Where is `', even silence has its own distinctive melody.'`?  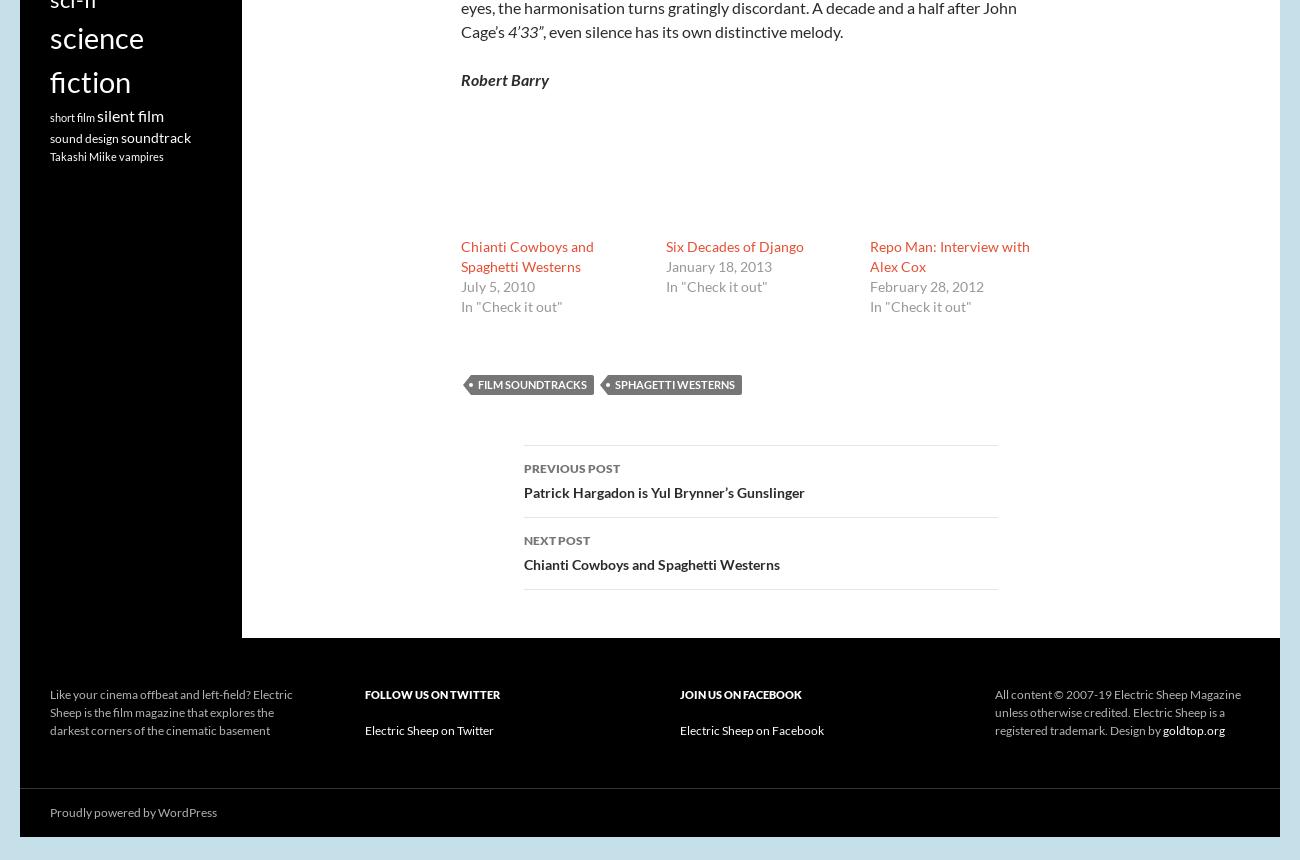 ', even silence has its own distinctive melody.' is located at coordinates (692, 31).